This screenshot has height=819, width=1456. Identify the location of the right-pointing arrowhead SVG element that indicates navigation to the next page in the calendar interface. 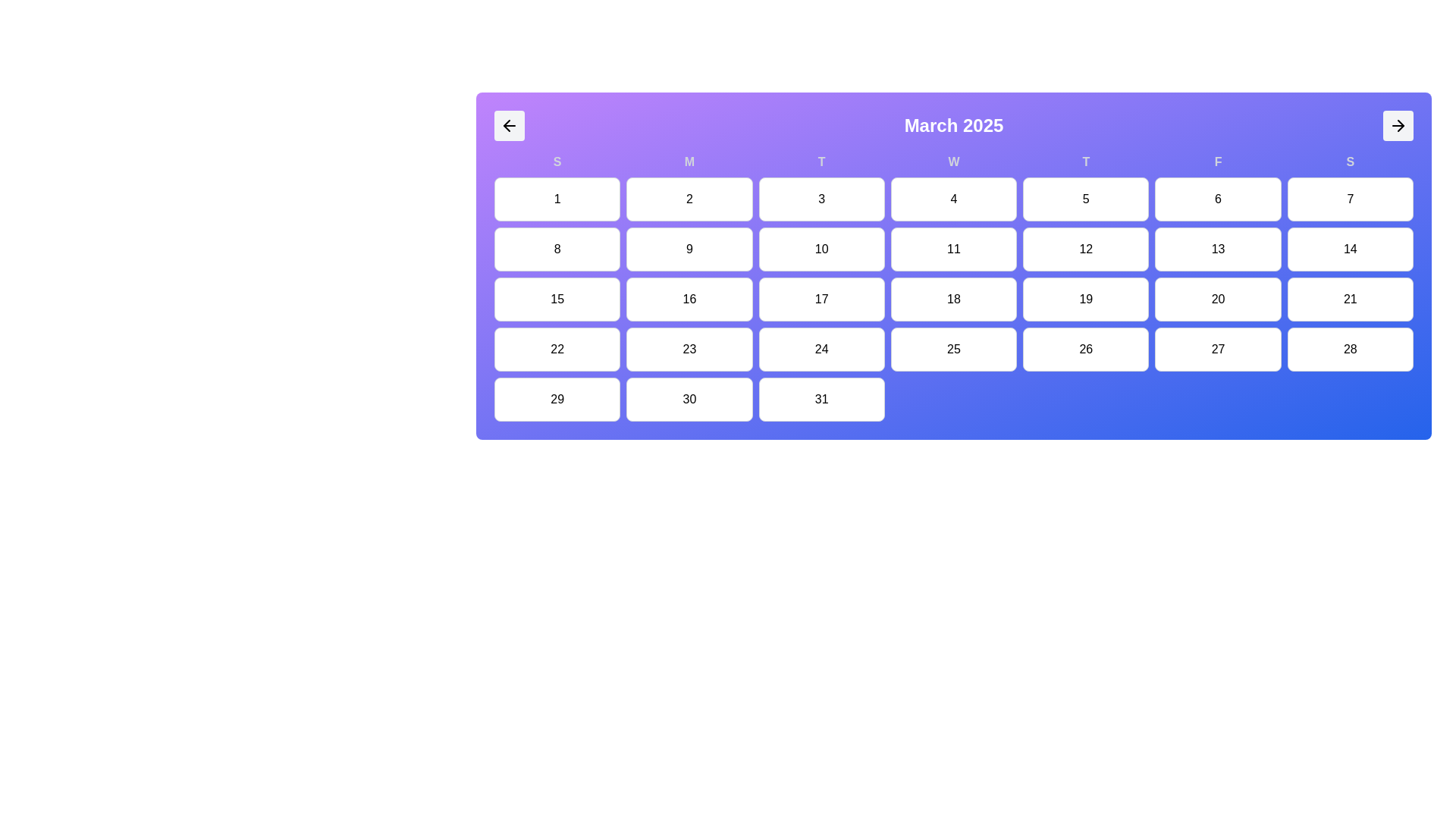
(1400, 124).